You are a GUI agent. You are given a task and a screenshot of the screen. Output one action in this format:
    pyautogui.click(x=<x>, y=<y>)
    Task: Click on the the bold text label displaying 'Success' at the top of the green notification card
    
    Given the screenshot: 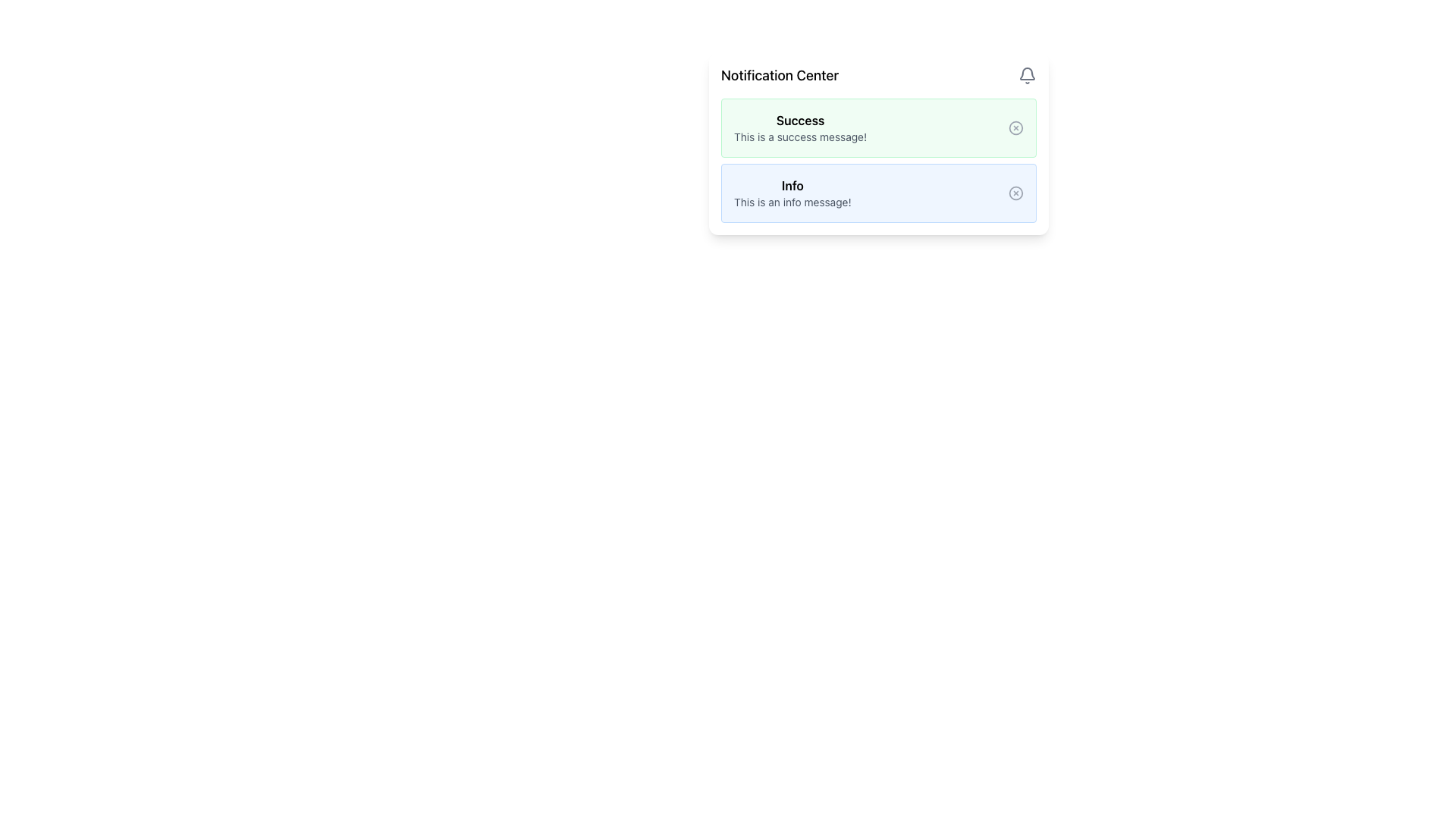 What is the action you would take?
    pyautogui.click(x=799, y=119)
    